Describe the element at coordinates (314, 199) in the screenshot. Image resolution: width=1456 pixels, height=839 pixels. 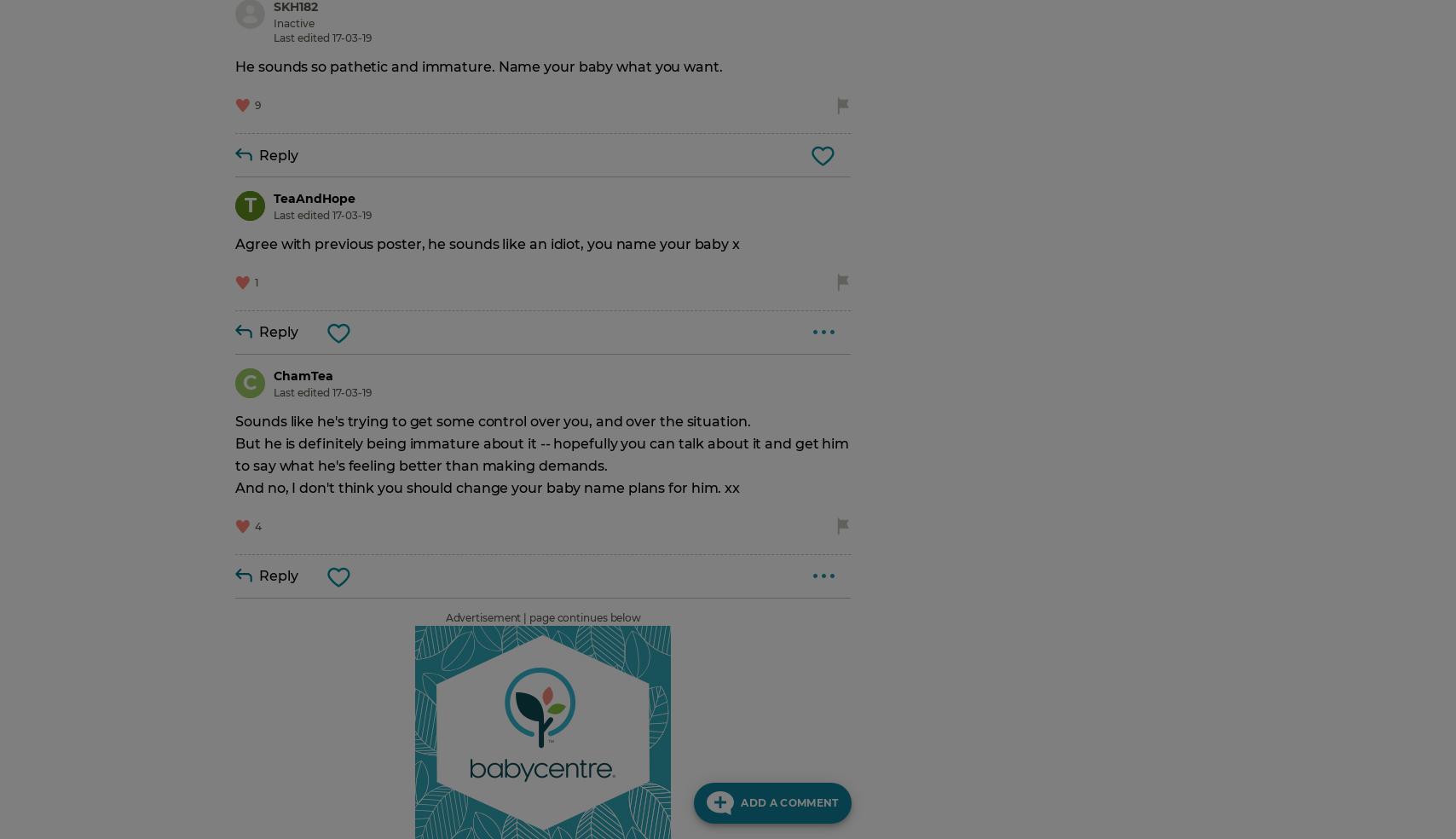
I see `'TeaAndHope'` at that location.